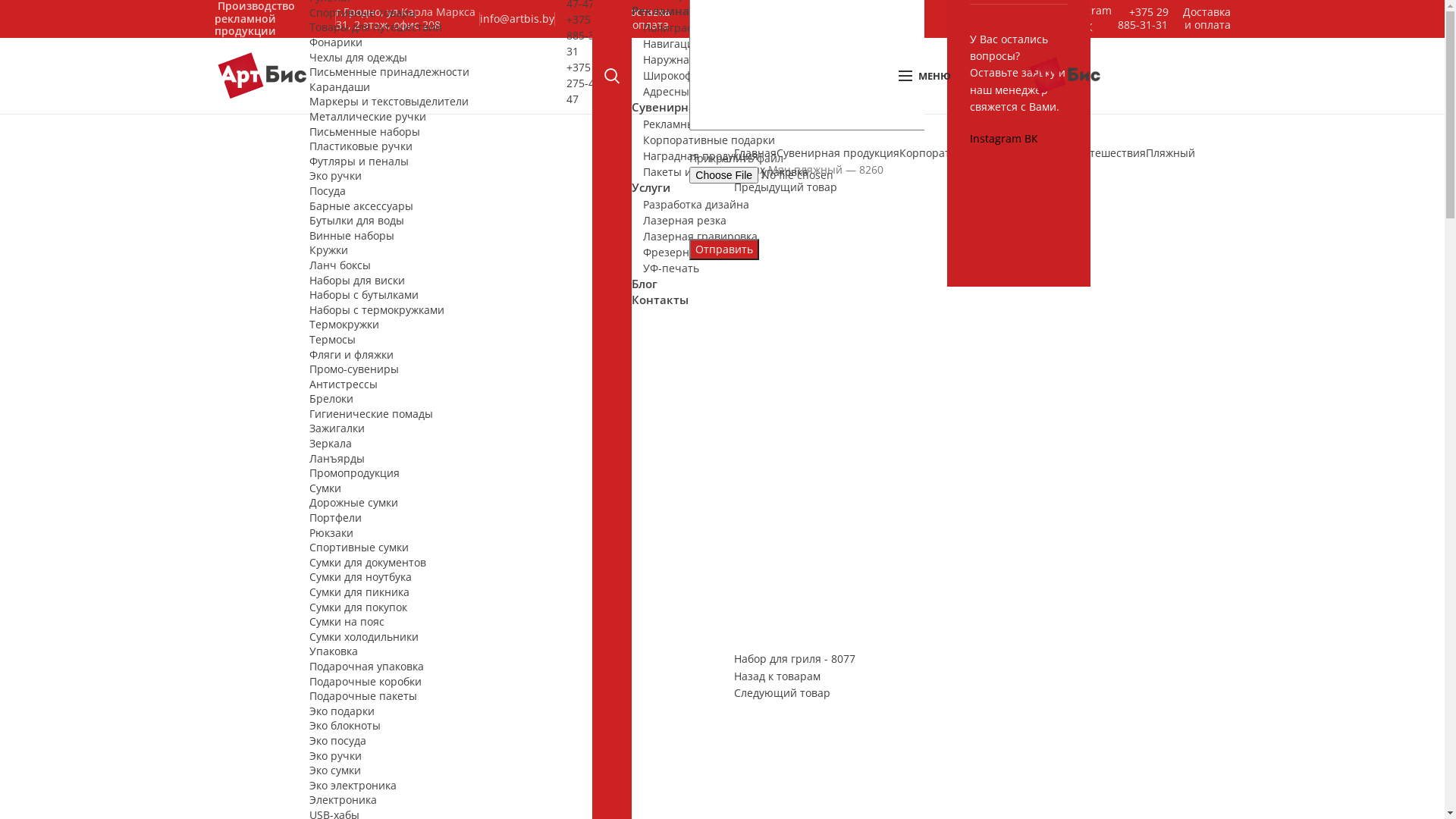 This screenshot has height=819, width=1456. What do you see at coordinates (585, 82) in the screenshot?
I see `'+375 29 275-47-47'` at bounding box center [585, 82].